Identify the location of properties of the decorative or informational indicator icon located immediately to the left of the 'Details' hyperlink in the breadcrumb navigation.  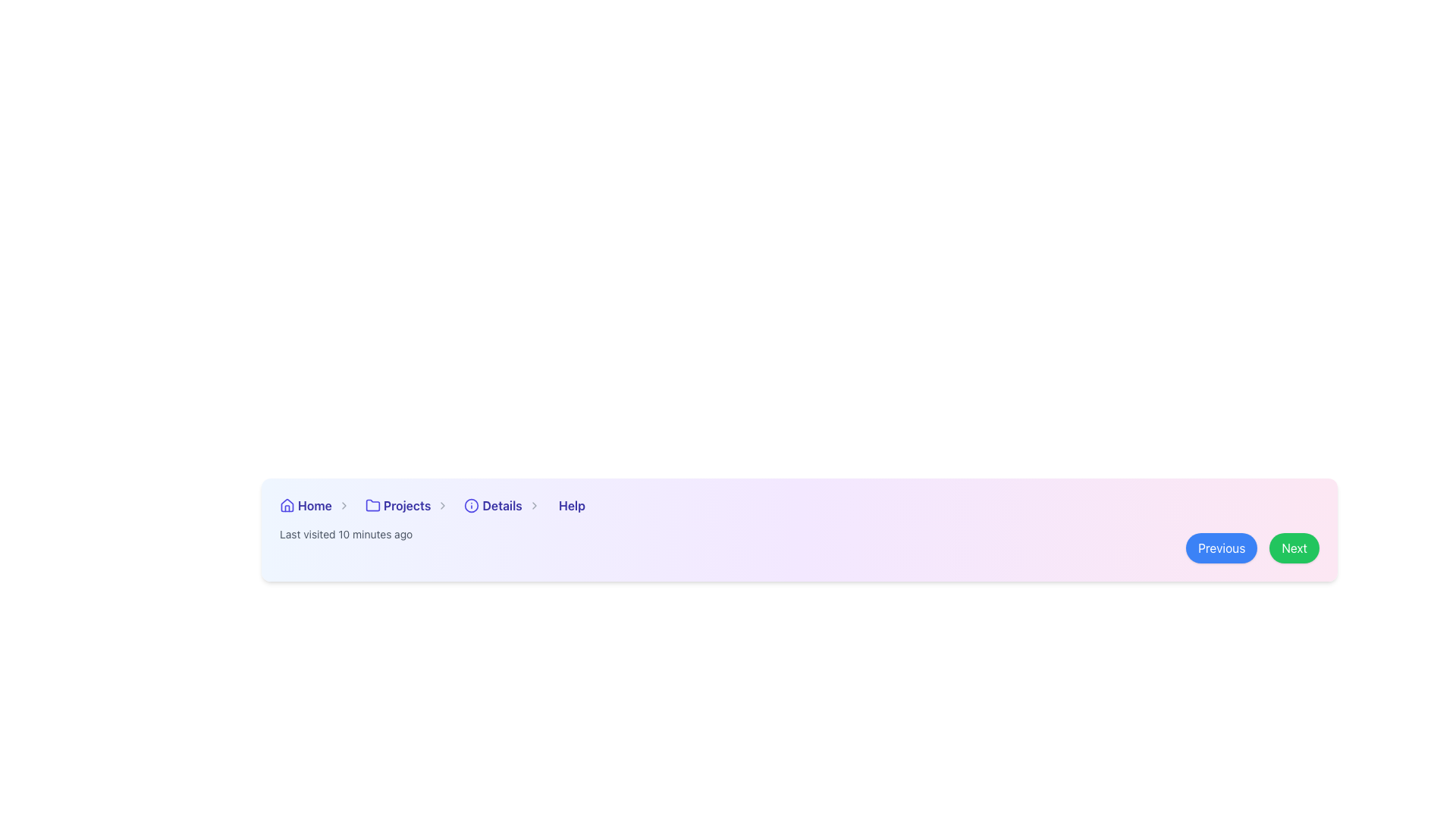
(471, 506).